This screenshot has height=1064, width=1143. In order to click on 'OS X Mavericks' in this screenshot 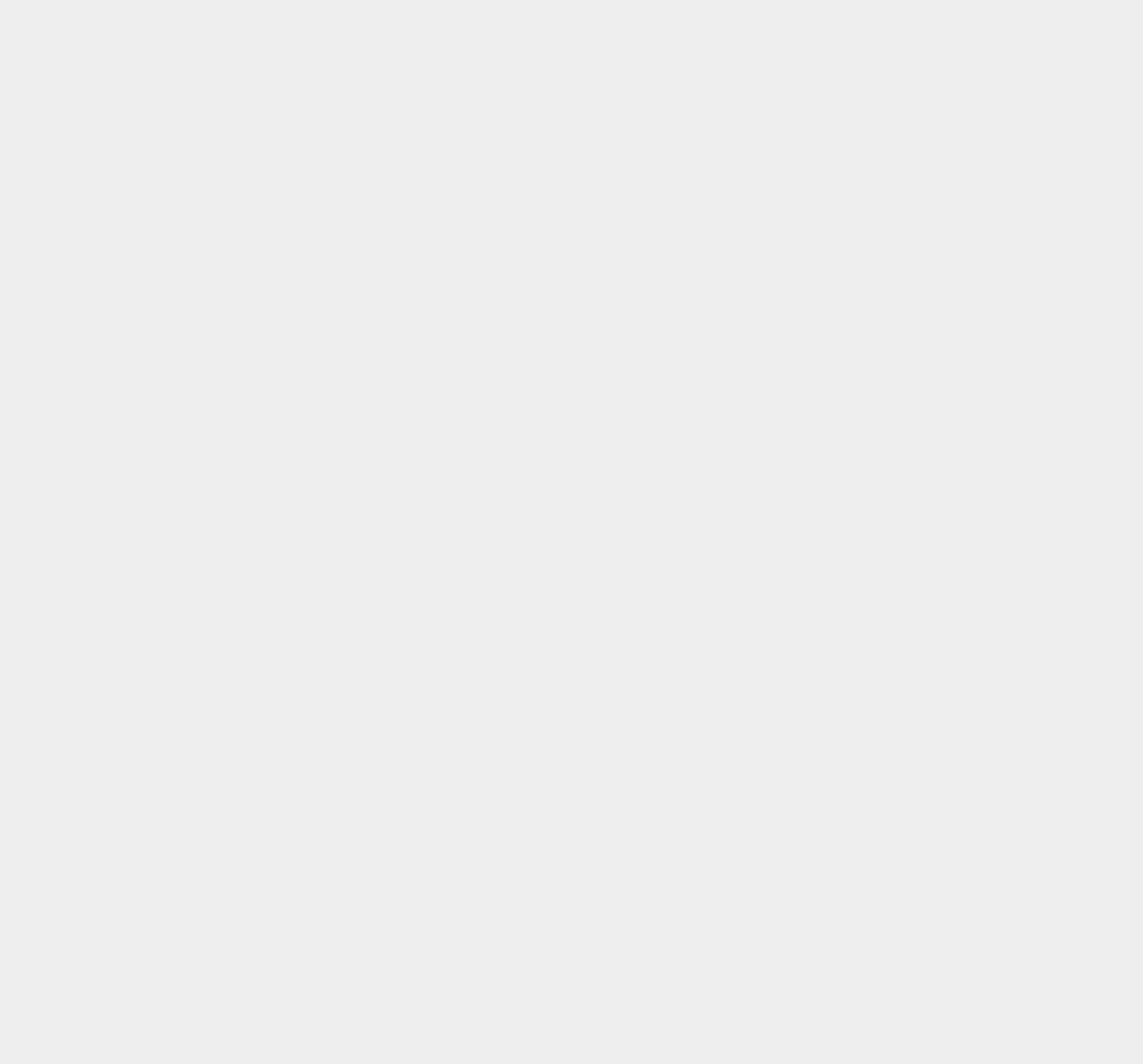, I will do `click(855, 509)`.